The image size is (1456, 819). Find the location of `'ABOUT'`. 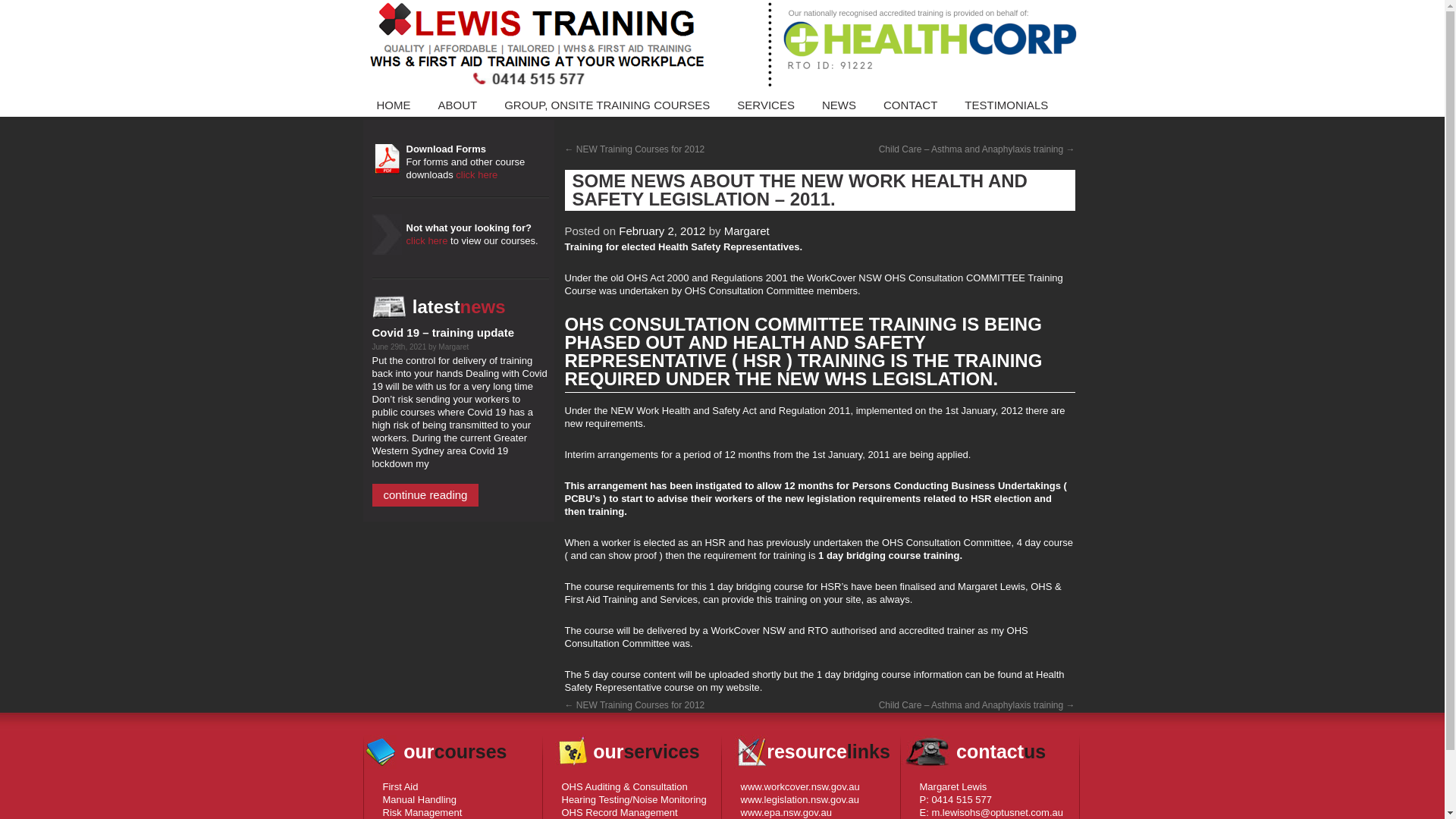

'ABOUT' is located at coordinates (457, 104).